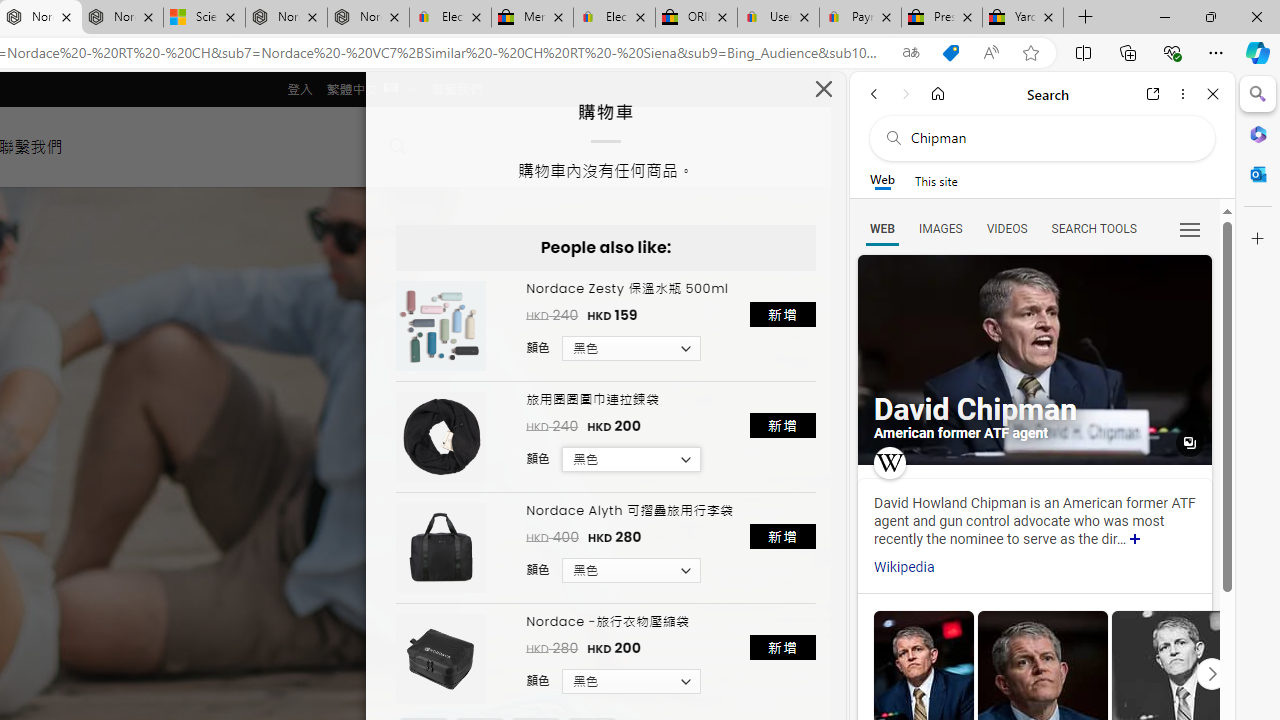  What do you see at coordinates (881, 227) in the screenshot?
I see `'Search Filter, WEB'` at bounding box center [881, 227].